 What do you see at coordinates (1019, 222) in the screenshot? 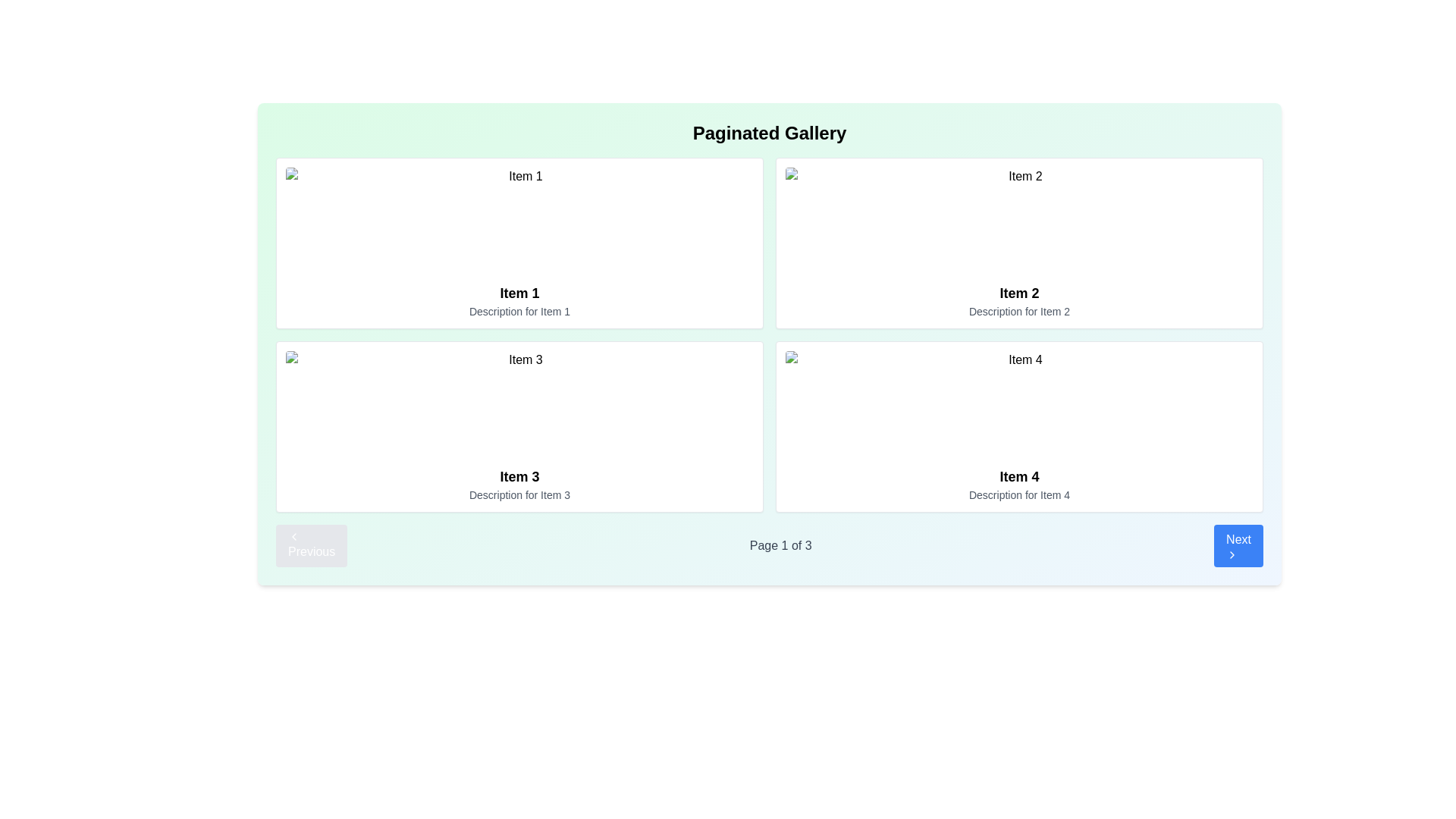
I see `the image representing 'Item 2', which is the top image in the second column of a two-row, two-column grid layout` at bounding box center [1019, 222].